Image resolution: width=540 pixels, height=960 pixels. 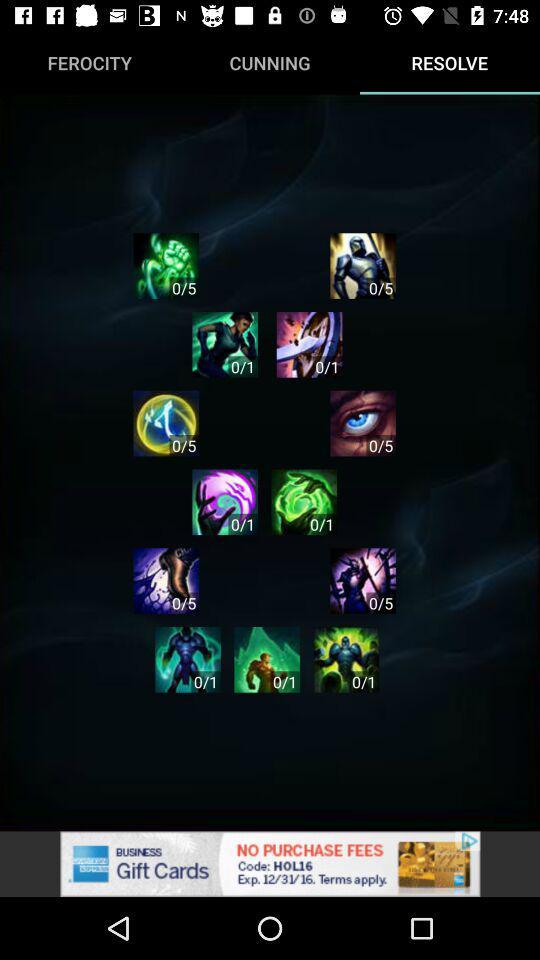 What do you see at coordinates (345, 658) in the screenshot?
I see `icon to page` at bounding box center [345, 658].